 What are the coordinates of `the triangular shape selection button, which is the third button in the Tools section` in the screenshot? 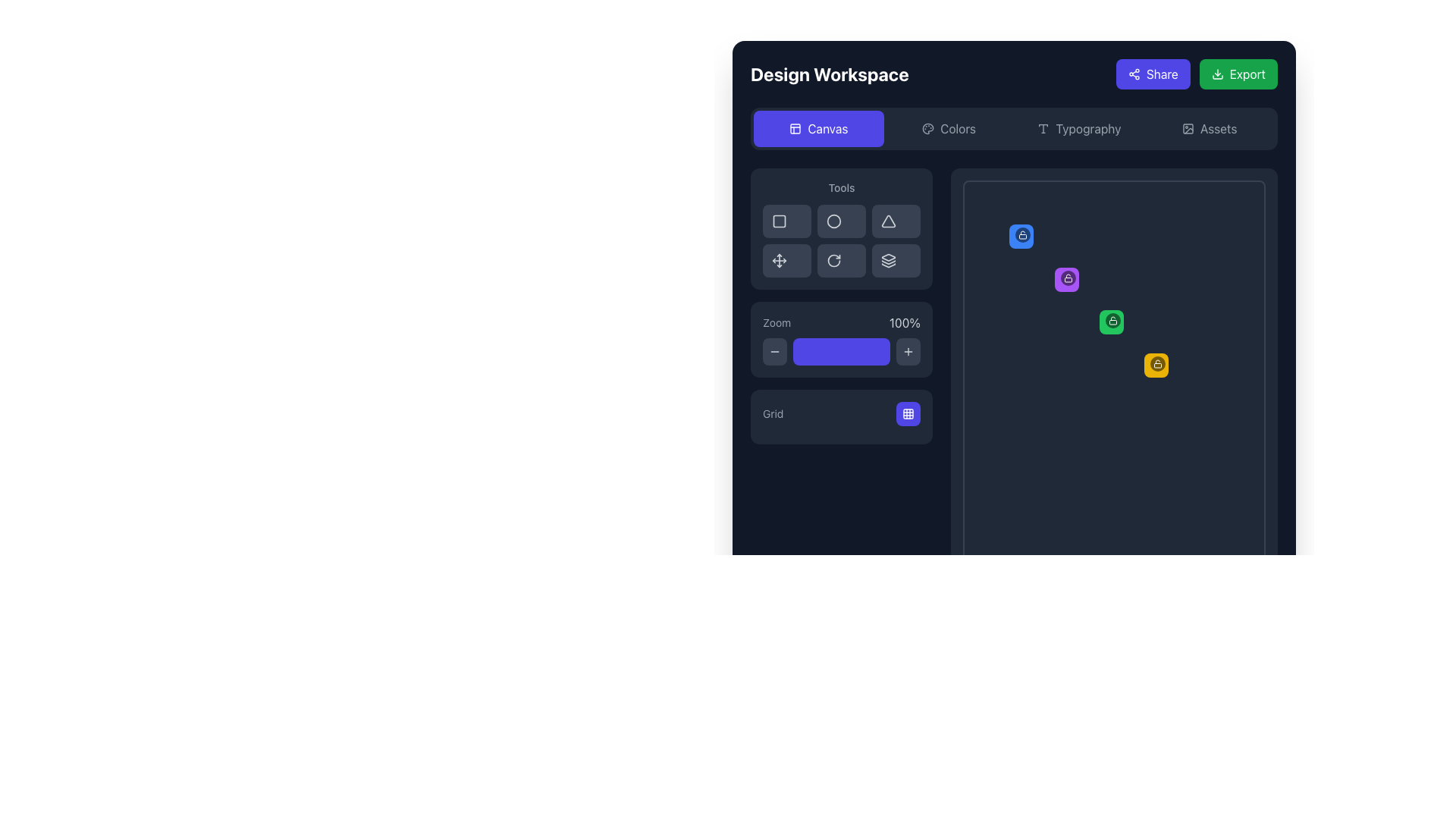 It's located at (896, 221).